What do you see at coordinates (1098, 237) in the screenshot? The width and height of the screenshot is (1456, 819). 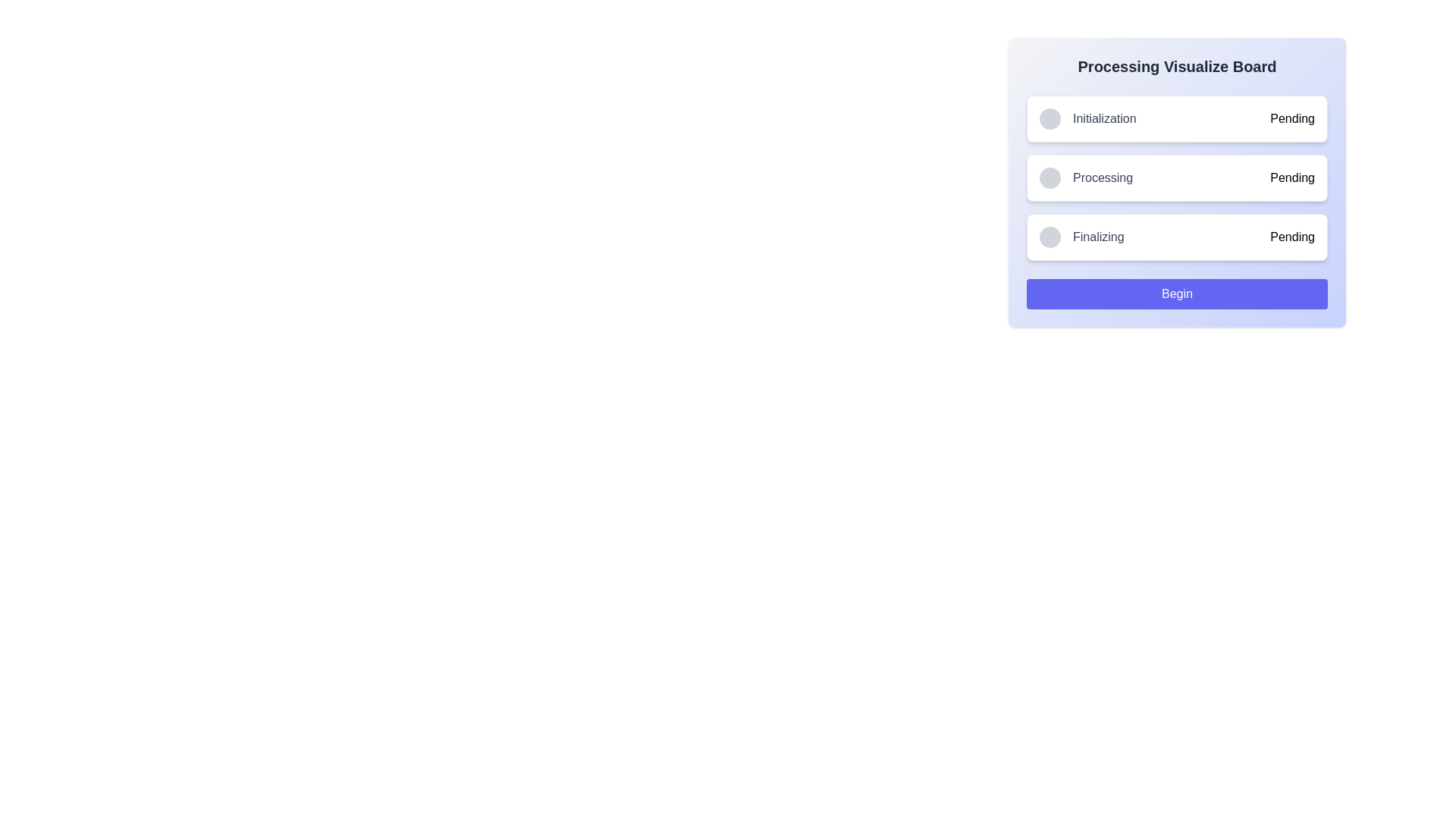 I see `the 'Finalizing' text label that indicates the status of a process in the 'Processing Visualize Board' section` at bounding box center [1098, 237].